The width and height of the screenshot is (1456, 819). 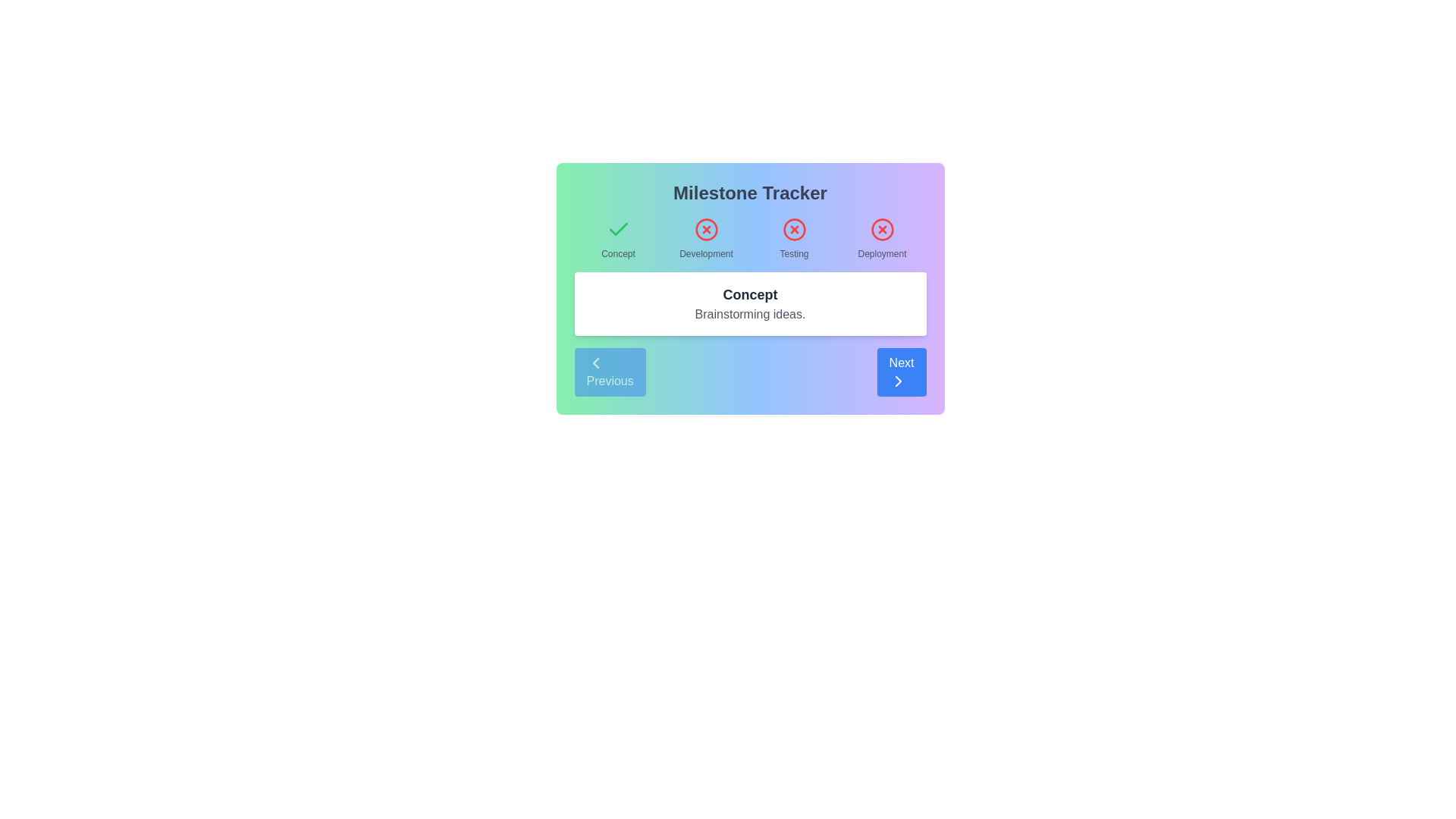 What do you see at coordinates (898, 380) in the screenshot?
I see `the chevron icon on the right side of the 'Next' button, which indicates progression in the application` at bounding box center [898, 380].